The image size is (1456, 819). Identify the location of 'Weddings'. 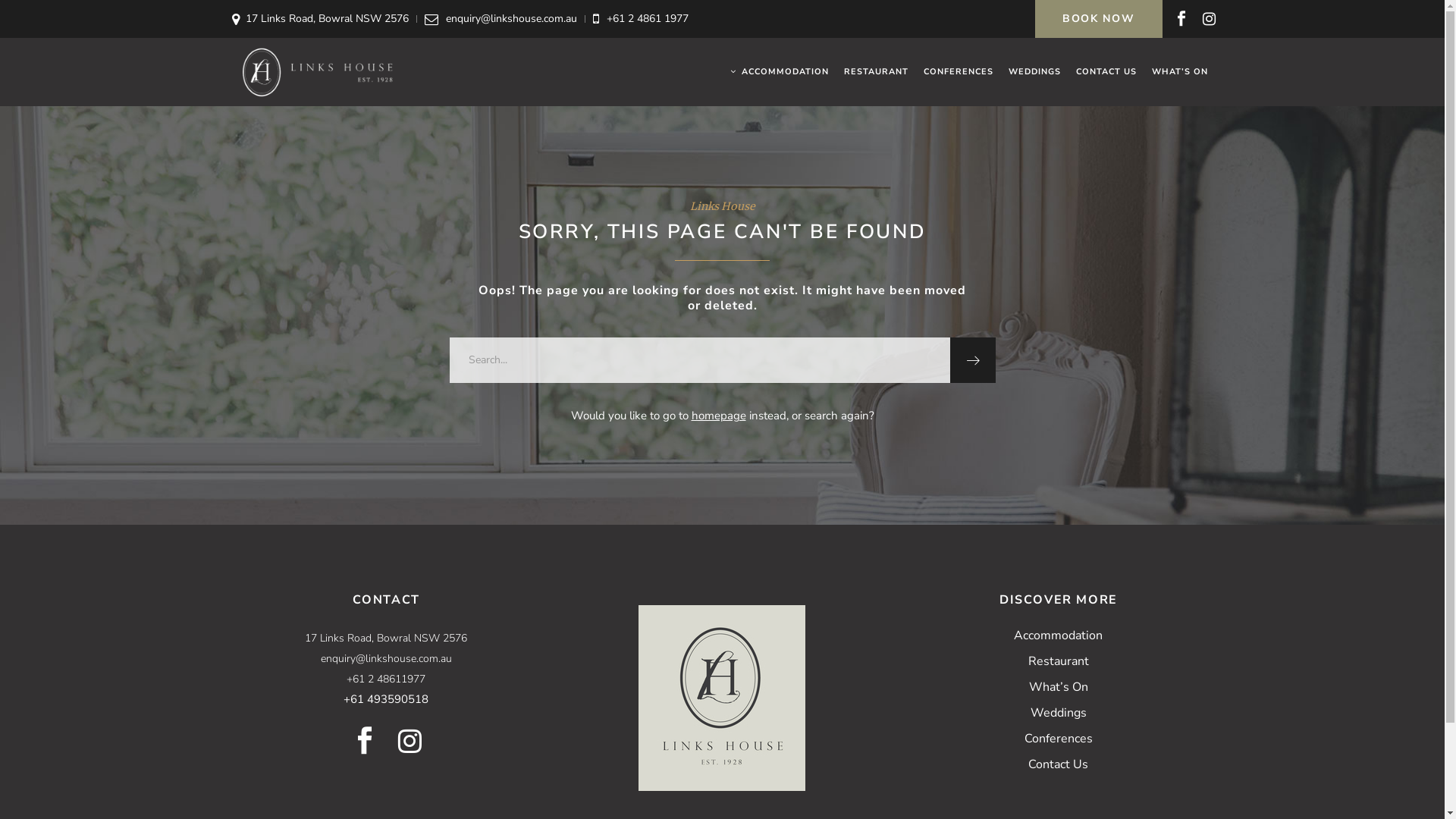
(1058, 713).